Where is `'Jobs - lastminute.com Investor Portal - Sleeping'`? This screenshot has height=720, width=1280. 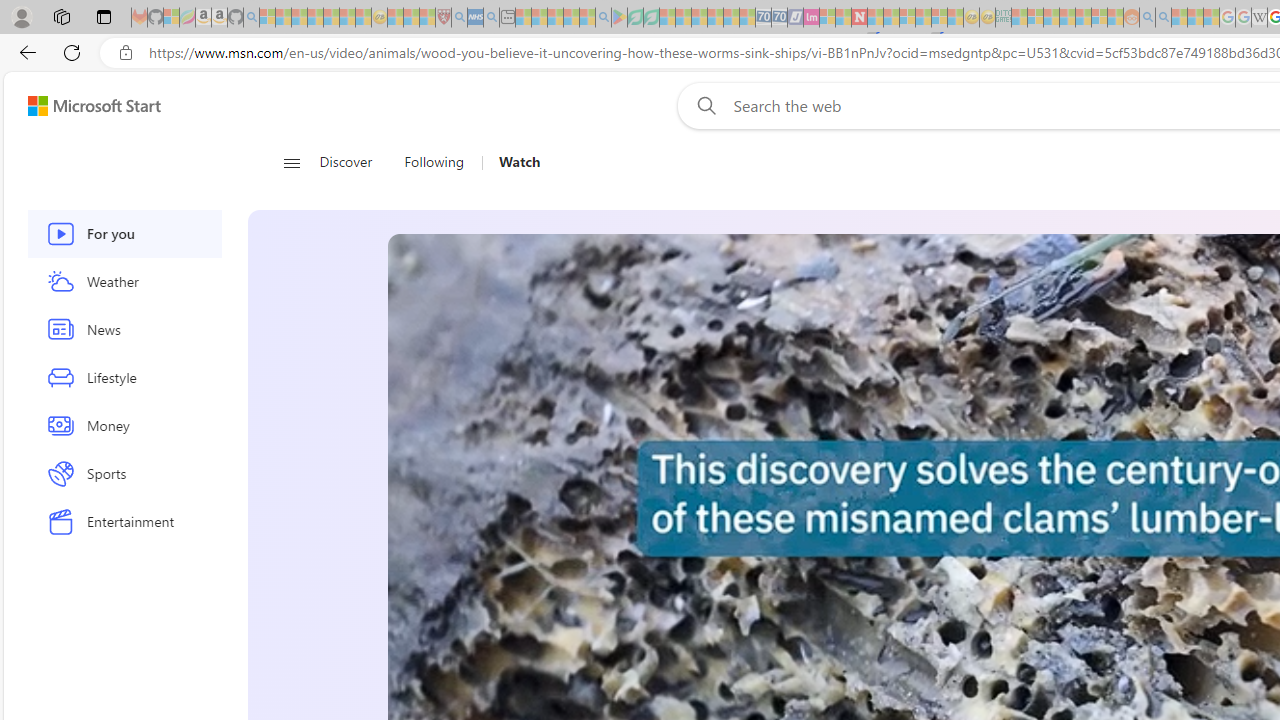 'Jobs - lastminute.com Investor Portal - Sleeping' is located at coordinates (811, 17).